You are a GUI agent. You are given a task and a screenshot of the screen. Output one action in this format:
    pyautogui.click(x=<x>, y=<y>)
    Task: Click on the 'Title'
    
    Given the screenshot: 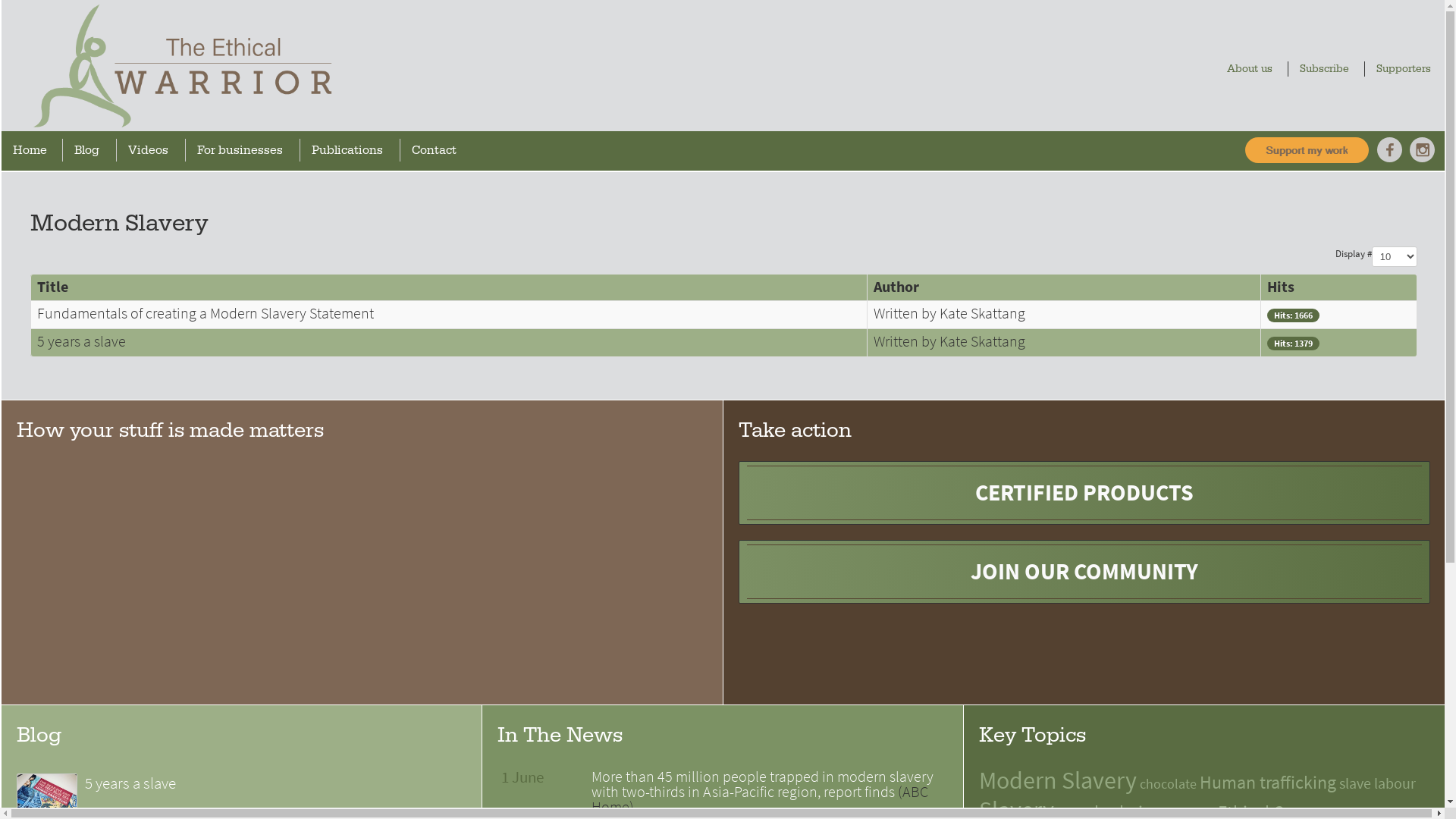 What is the action you would take?
    pyautogui.click(x=52, y=287)
    